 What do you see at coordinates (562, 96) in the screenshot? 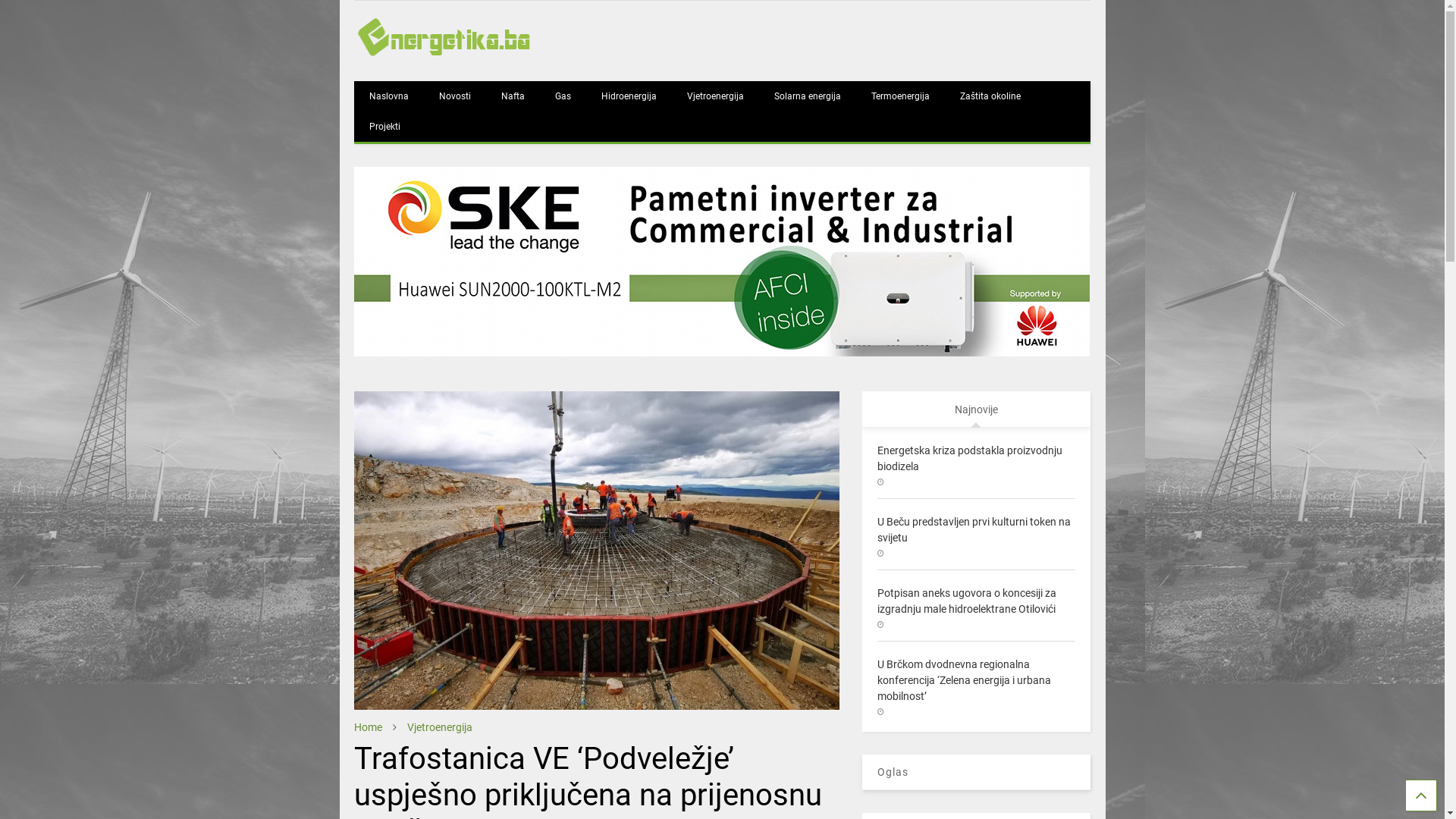
I see `'Gas'` at bounding box center [562, 96].